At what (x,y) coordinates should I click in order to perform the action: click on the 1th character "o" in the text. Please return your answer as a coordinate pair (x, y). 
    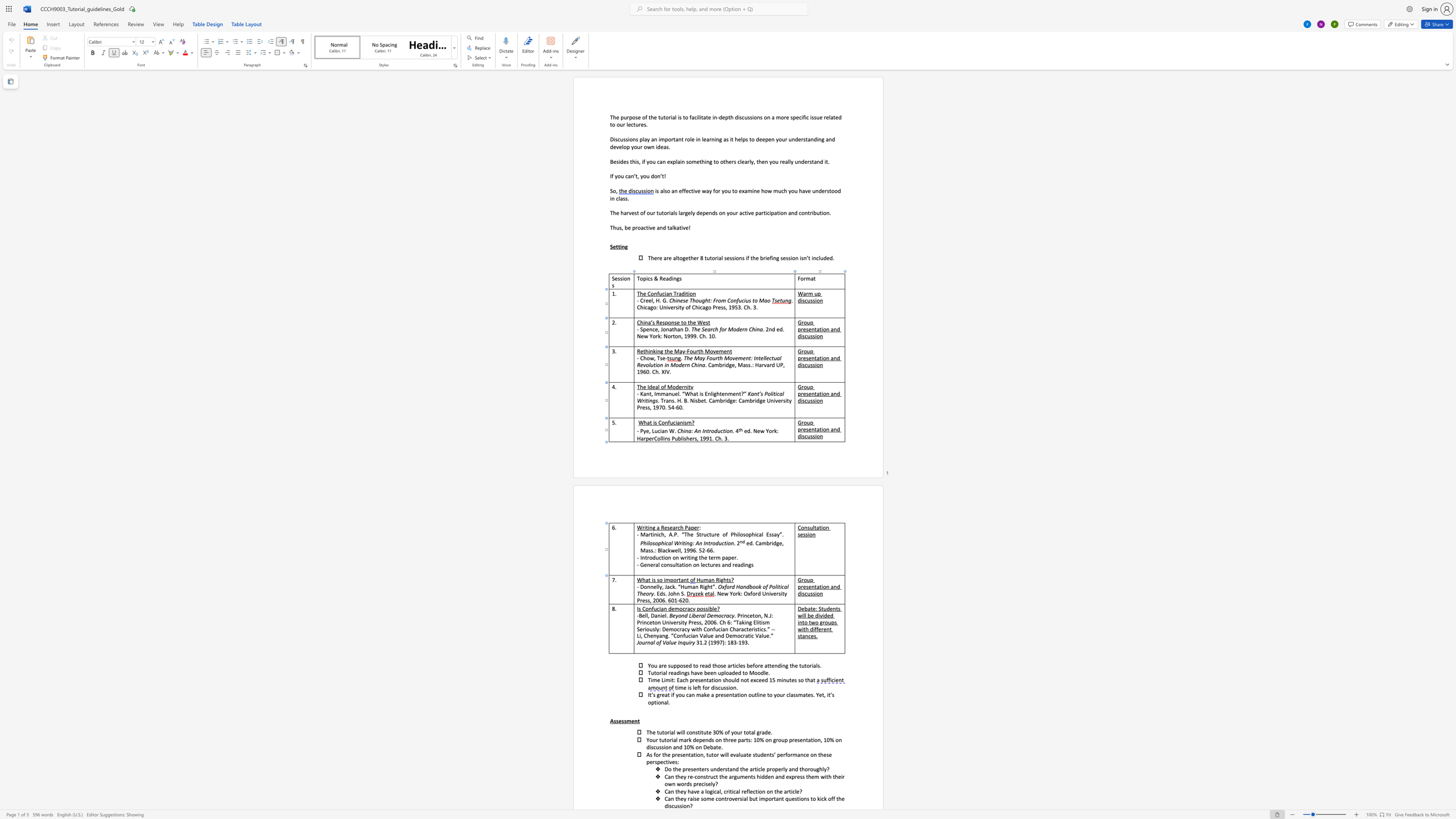
    Looking at the image, I should click on (645, 587).